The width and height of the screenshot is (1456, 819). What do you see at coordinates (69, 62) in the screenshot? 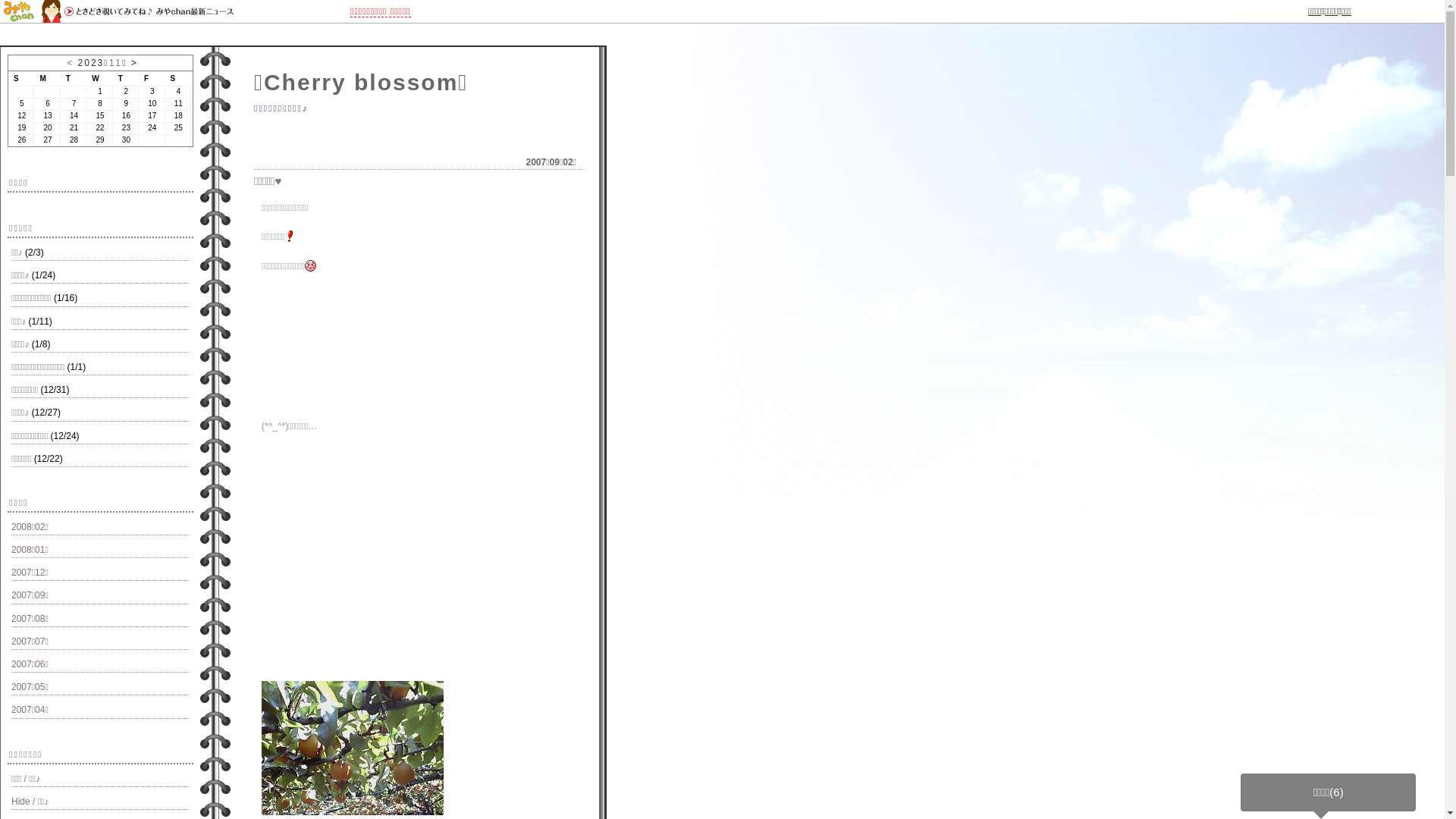
I see `'<'` at bounding box center [69, 62].